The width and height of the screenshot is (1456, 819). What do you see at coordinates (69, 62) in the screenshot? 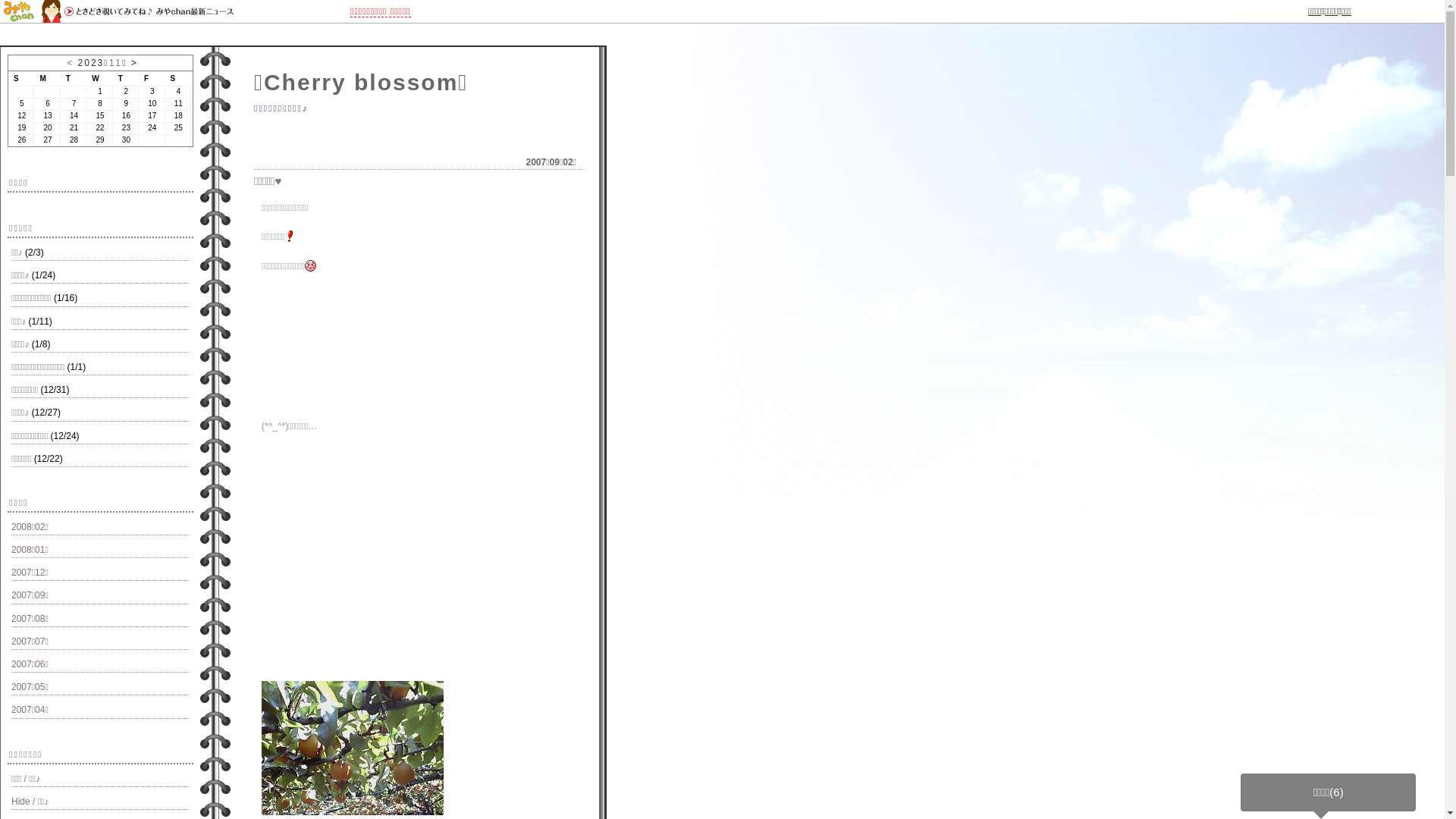
I see `'<'` at bounding box center [69, 62].